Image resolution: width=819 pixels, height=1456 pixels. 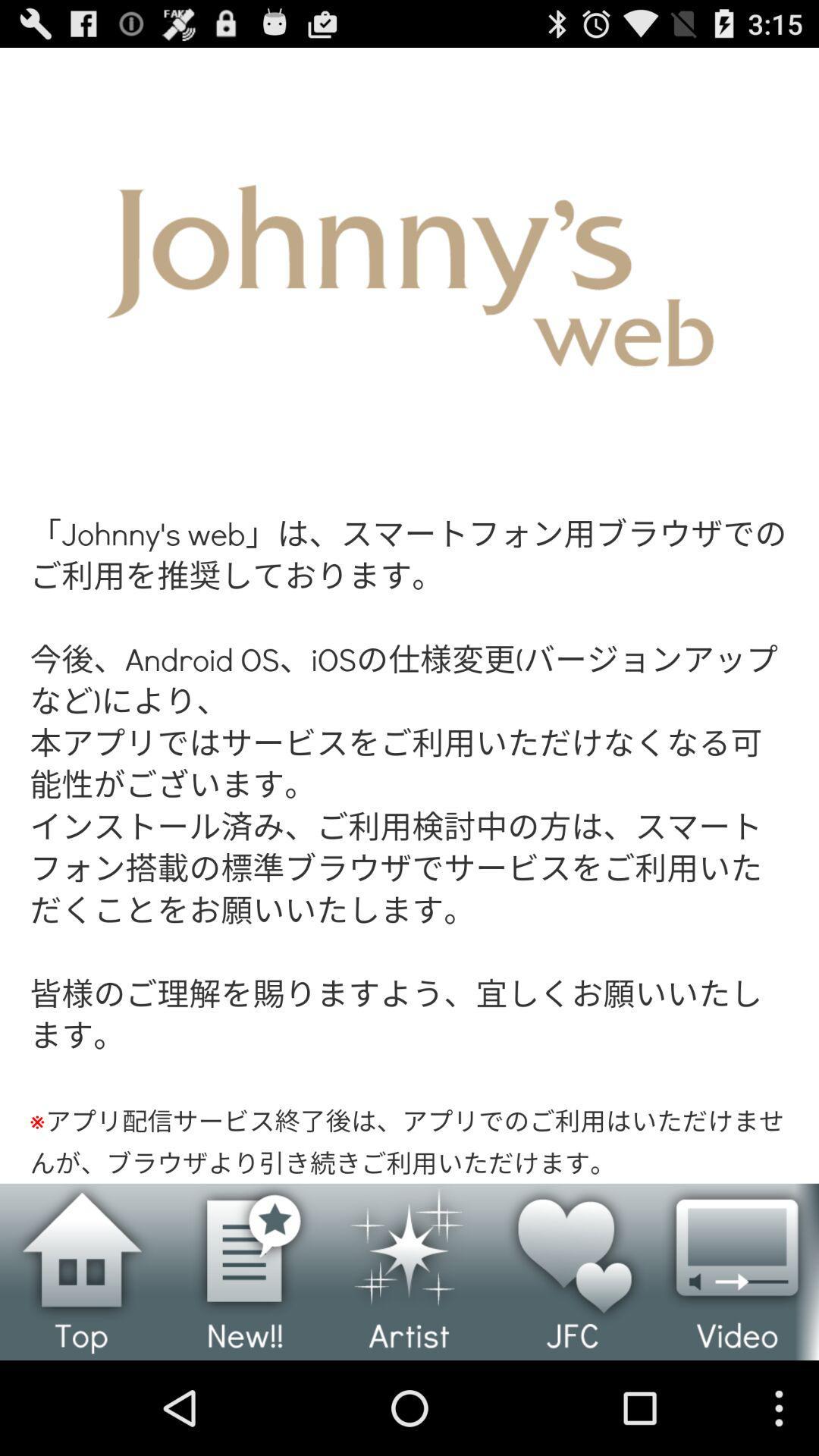 What do you see at coordinates (245, 1272) in the screenshot?
I see `to select the new option` at bounding box center [245, 1272].